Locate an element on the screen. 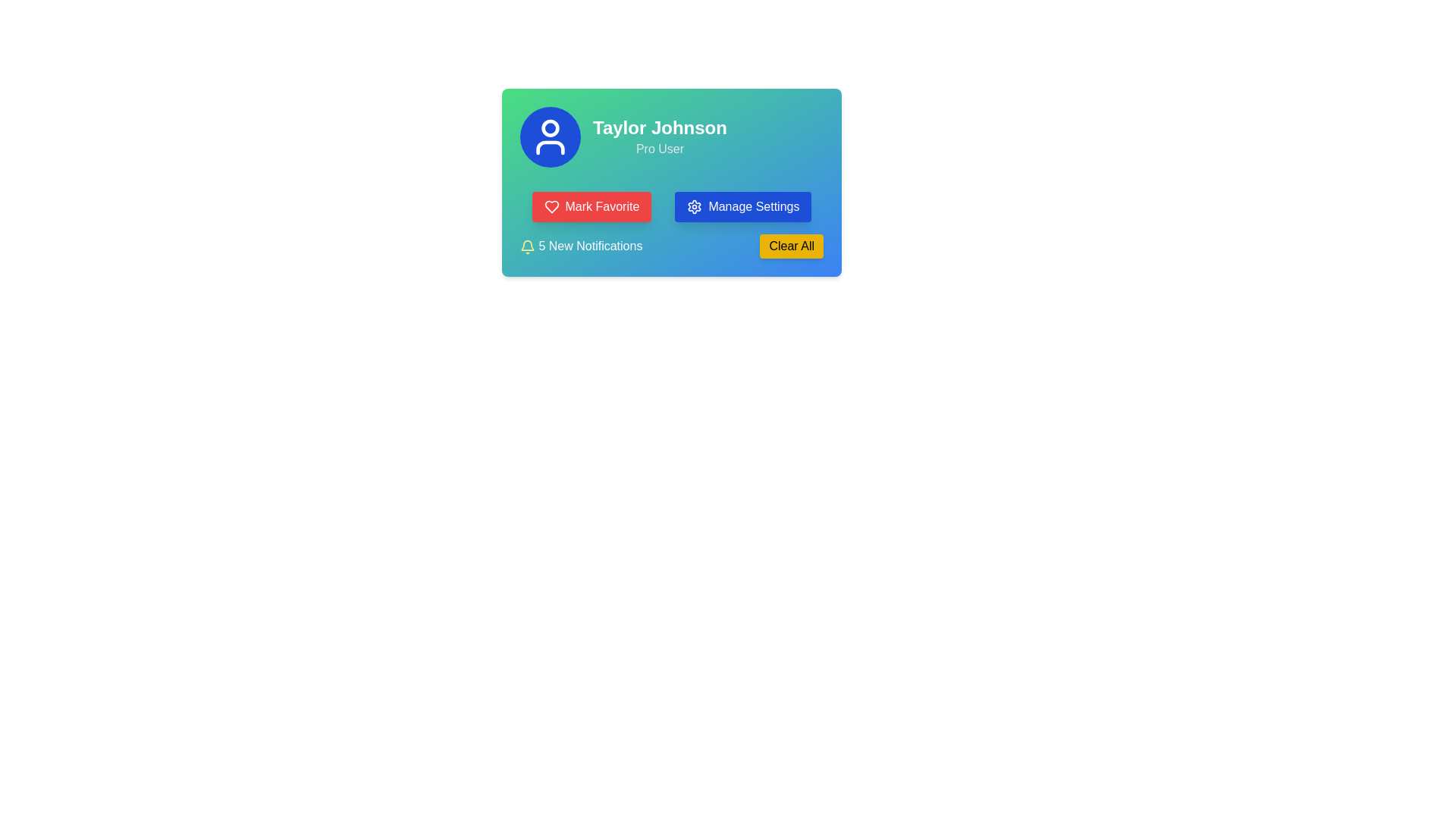  the gear icon inside the blue 'Manage Settings' button located in the top-right section of the interface is located at coordinates (694, 207).